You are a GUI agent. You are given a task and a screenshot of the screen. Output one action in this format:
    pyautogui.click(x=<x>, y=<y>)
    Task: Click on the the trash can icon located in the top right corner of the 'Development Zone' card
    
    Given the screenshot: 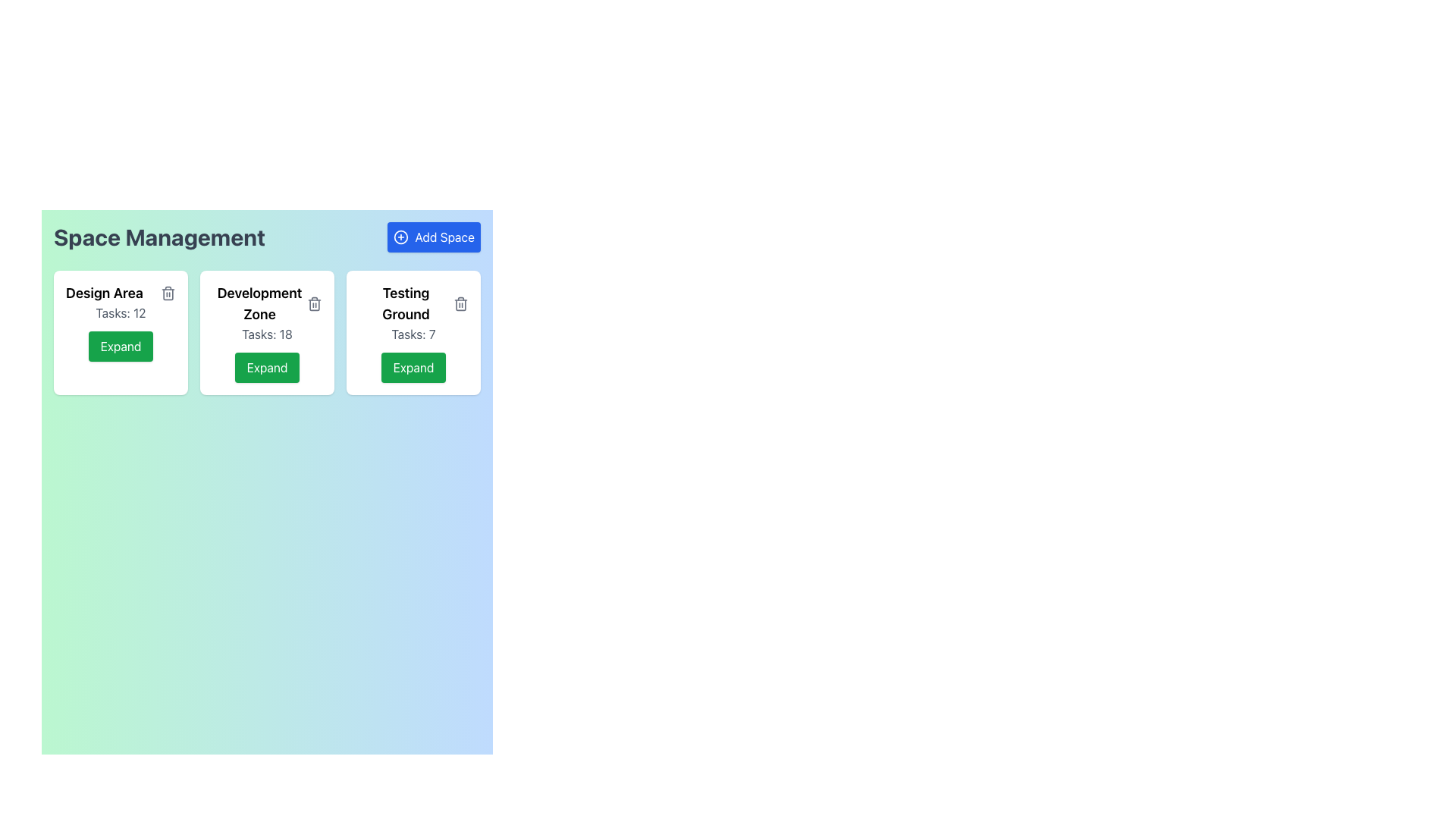 What is the action you would take?
    pyautogui.click(x=313, y=304)
    